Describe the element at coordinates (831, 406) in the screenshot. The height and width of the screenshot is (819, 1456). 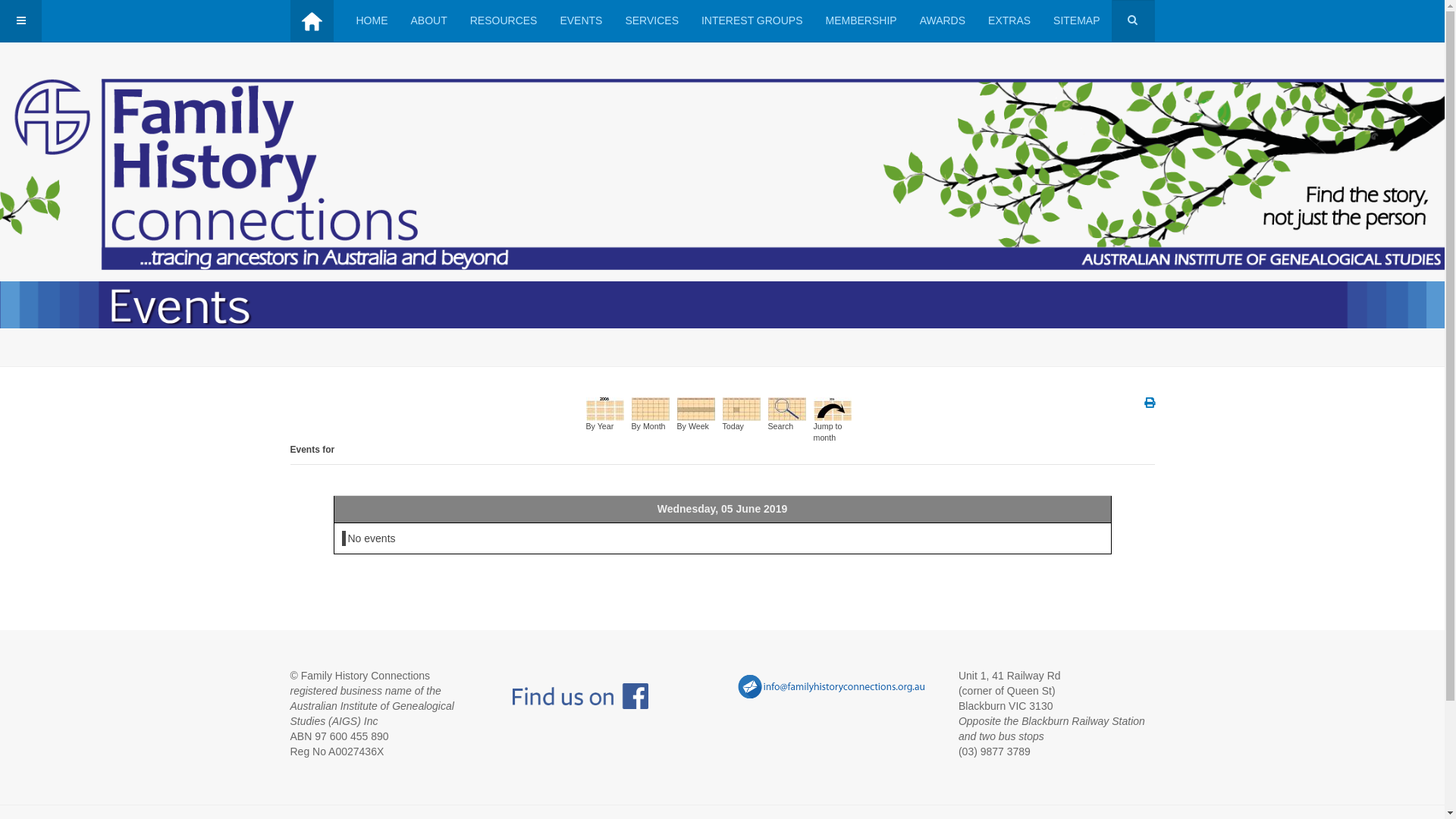
I see `'Jump to month'` at that location.